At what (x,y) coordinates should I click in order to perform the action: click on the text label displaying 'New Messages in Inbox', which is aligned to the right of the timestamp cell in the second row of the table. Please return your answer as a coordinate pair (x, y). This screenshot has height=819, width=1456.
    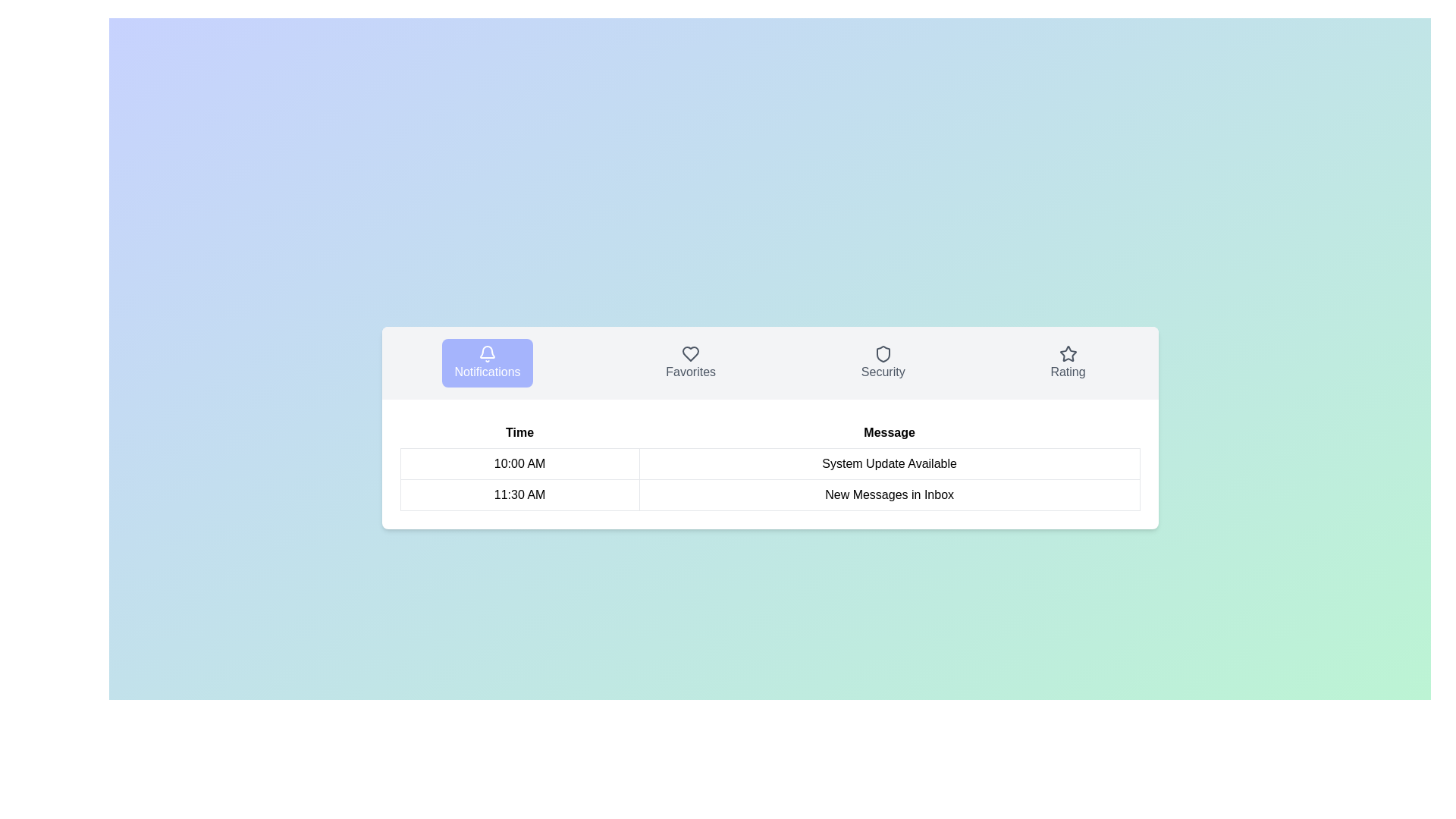
    Looking at the image, I should click on (890, 494).